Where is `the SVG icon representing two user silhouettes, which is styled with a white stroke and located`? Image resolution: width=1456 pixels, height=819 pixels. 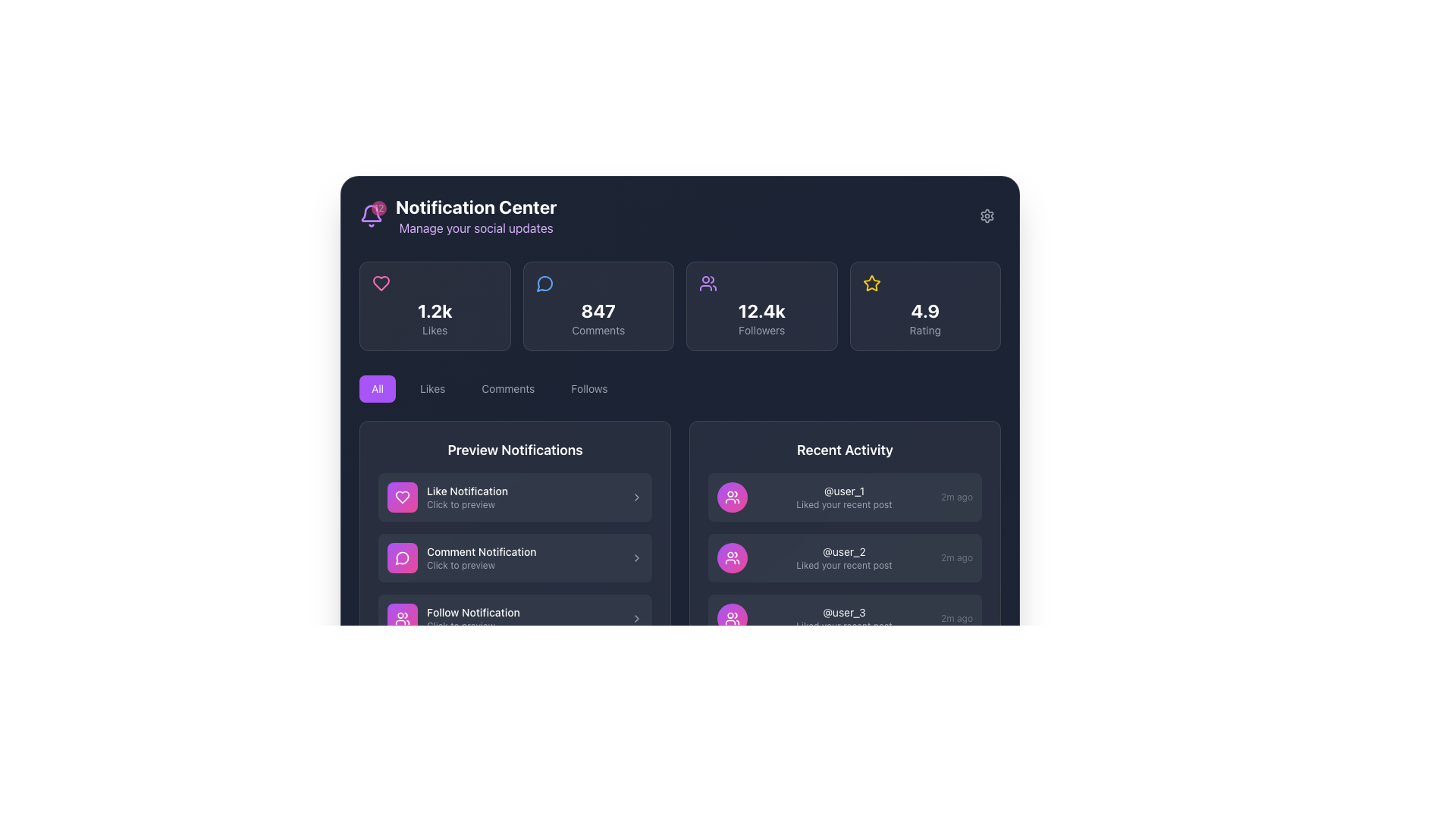
the SVG icon representing two user silhouettes, which is styled with a white stroke and located is located at coordinates (732, 497).